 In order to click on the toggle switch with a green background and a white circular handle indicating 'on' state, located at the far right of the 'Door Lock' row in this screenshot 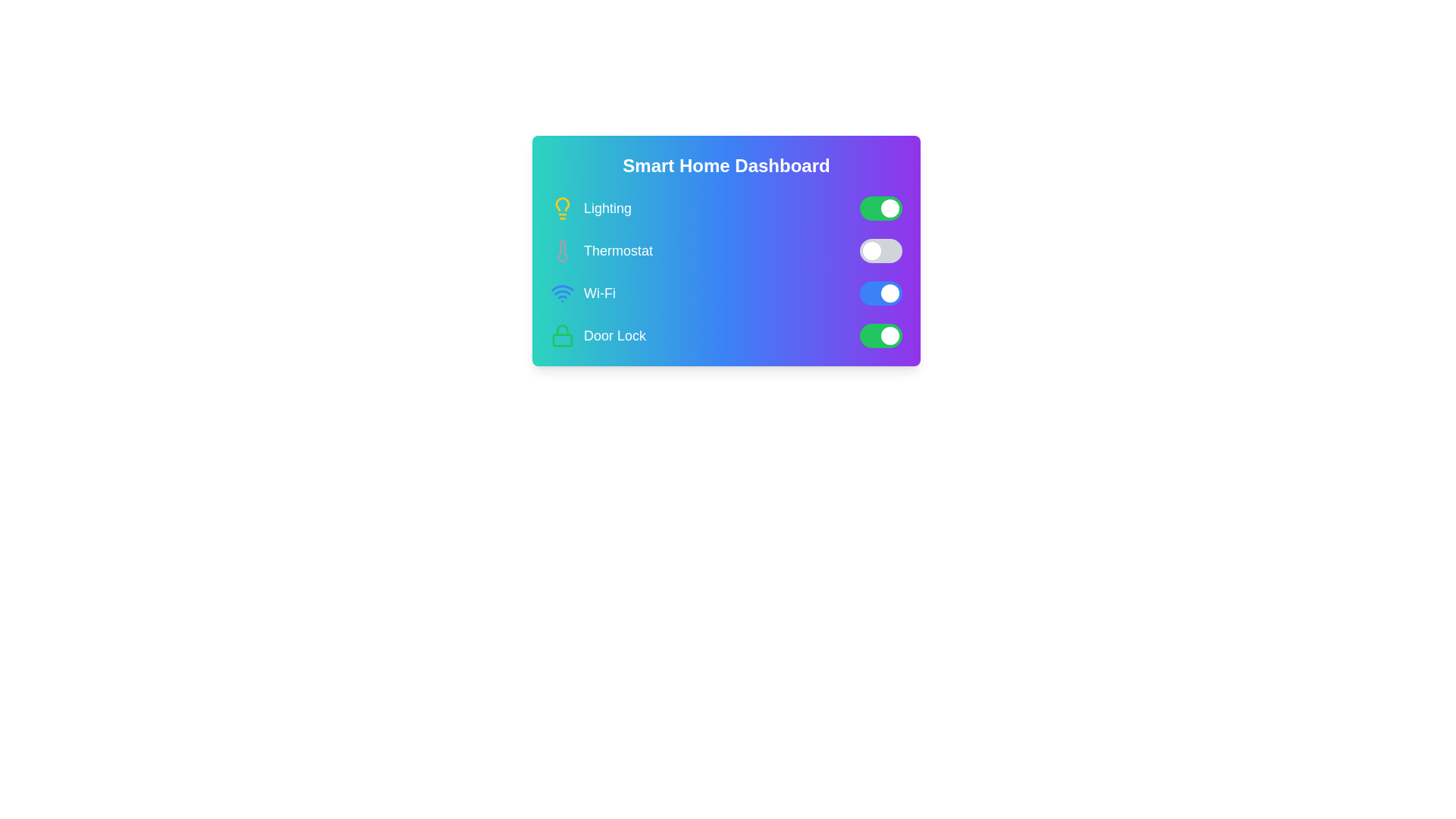, I will do `click(880, 335)`.